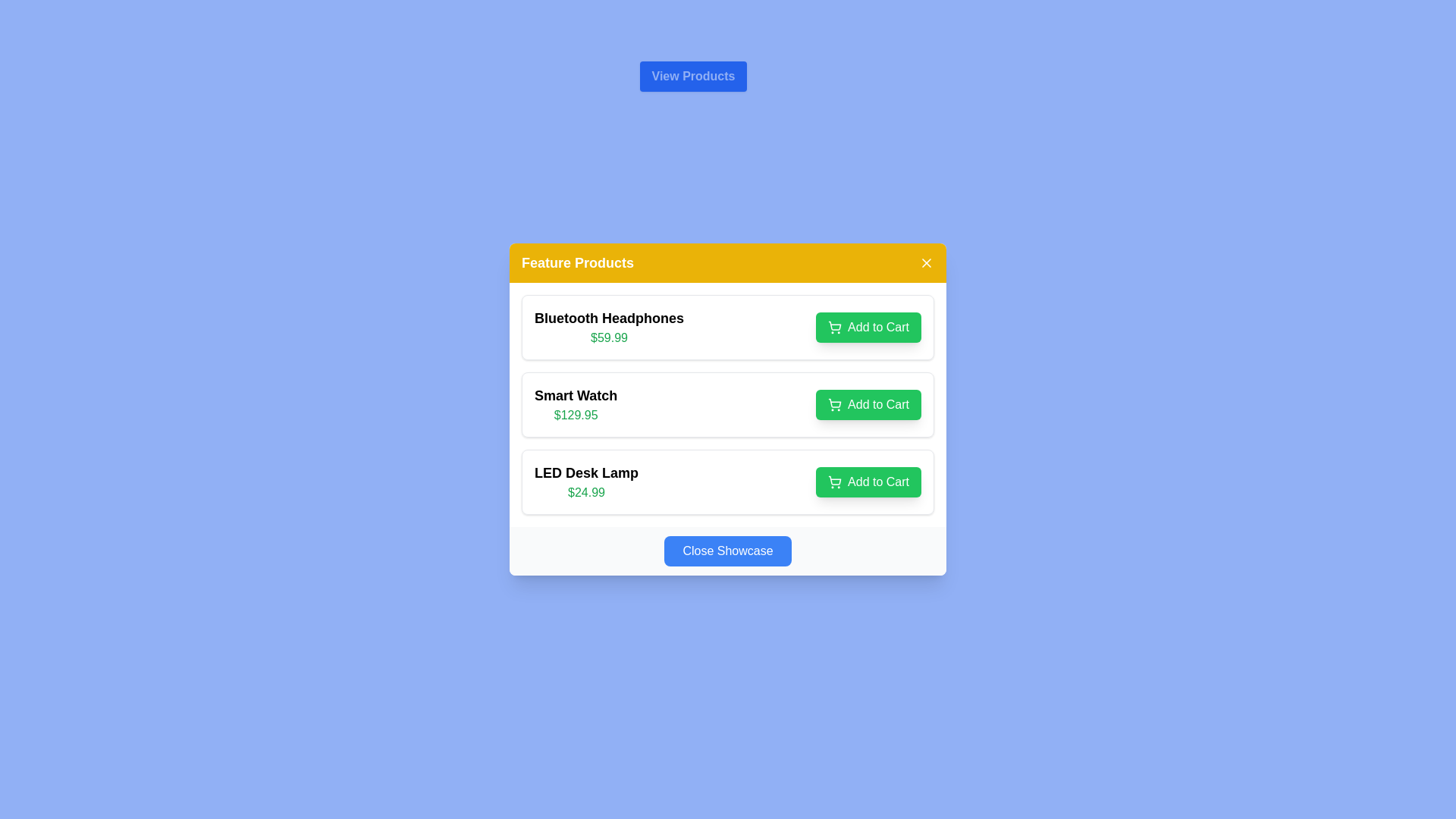 This screenshot has height=819, width=1456. I want to click on product name and price displayed on the first product display card for 'Bluetooth Headphones' located at the top of the vertical list within the modal dialog, so click(609, 327).